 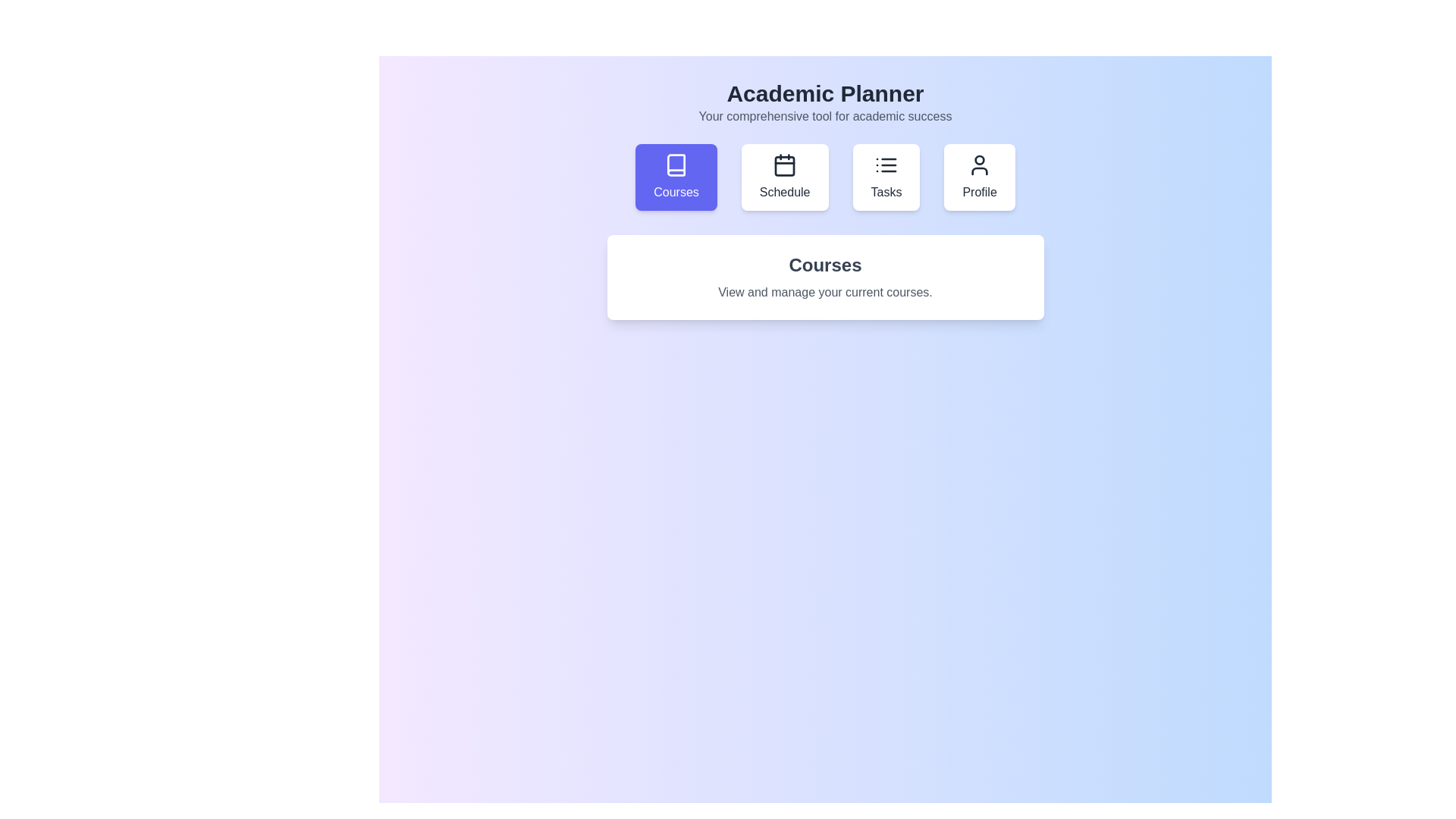 What do you see at coordinates (979, 177) in the screenshot?
I see `the Profile tab to view its content` at bounding box center [979, 177].